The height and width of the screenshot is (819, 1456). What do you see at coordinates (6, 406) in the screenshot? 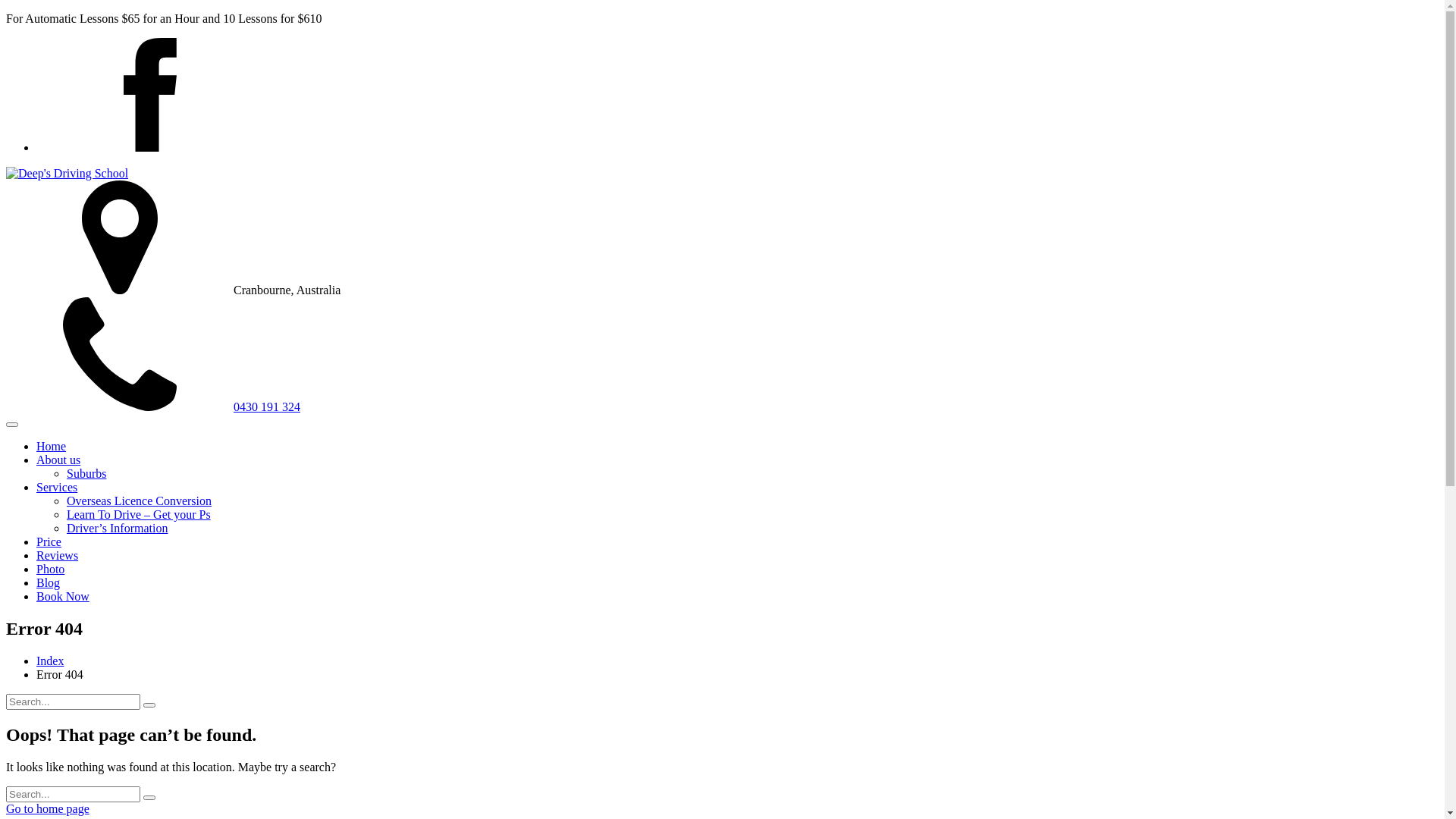
I see `'0430 191 324'` at bounding box center [6, 406].